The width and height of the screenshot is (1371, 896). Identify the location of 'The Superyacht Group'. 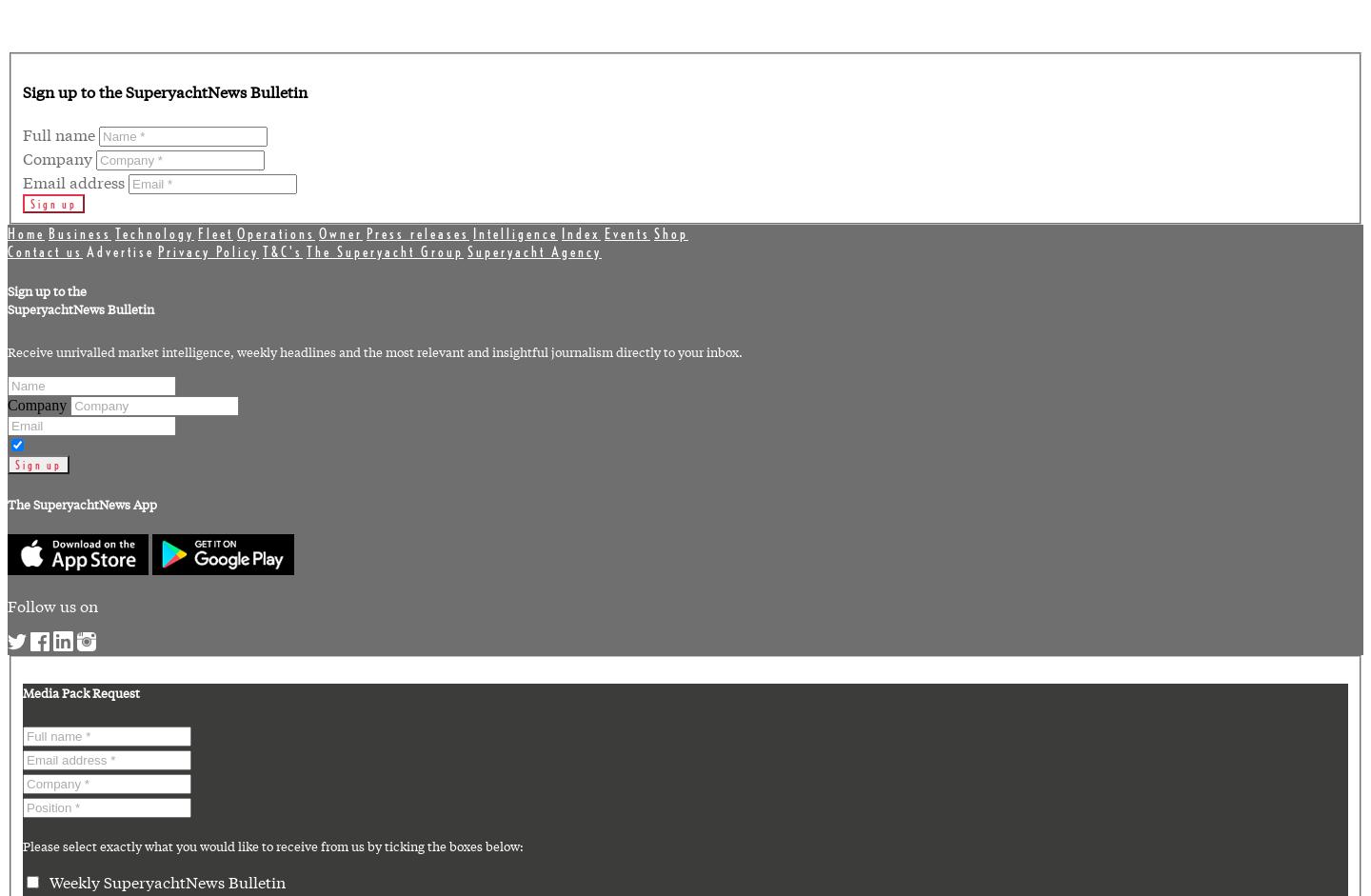
(306, 250).